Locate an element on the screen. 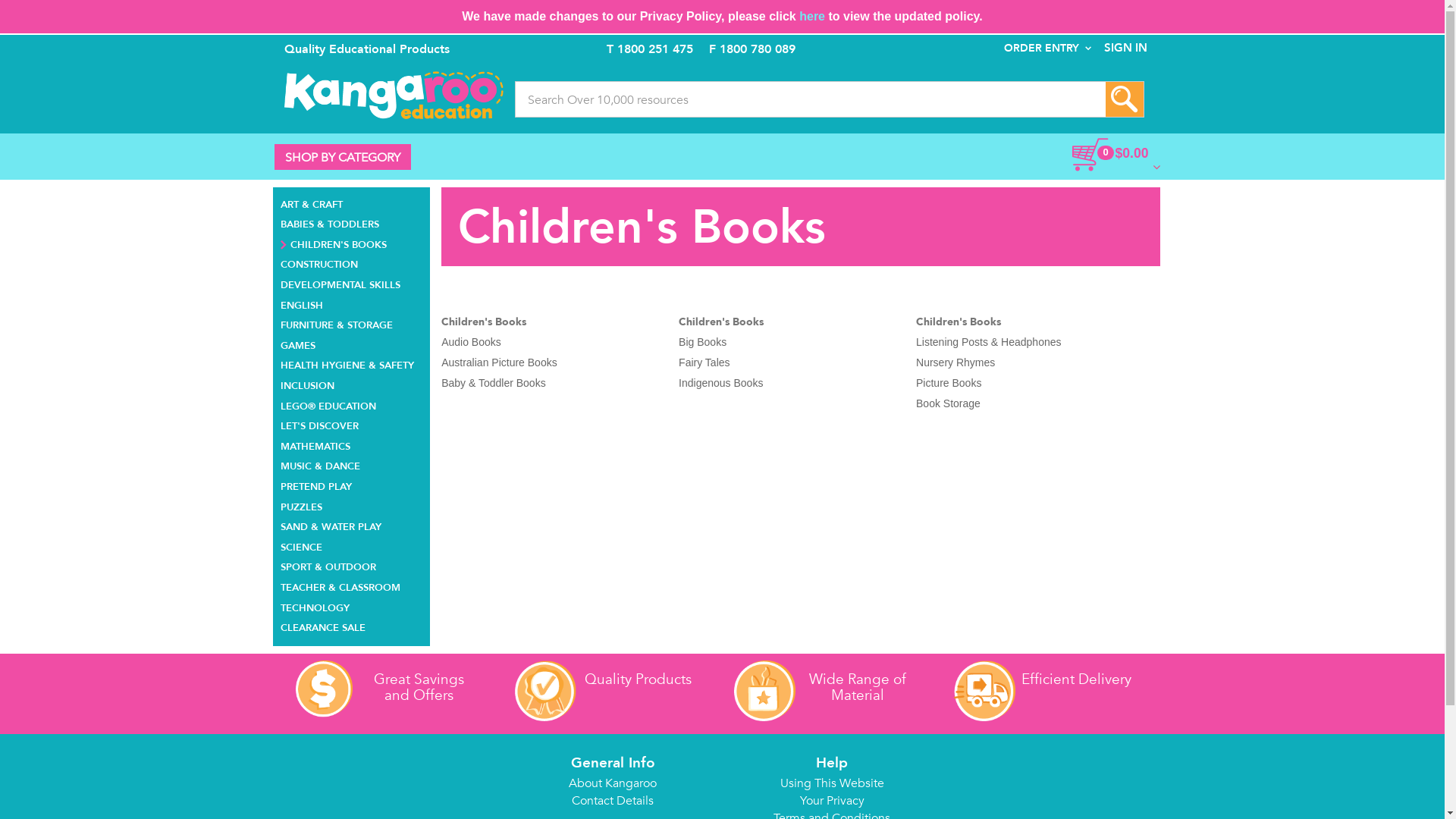 The image size is (1456, 819). 'SPORT & OUTDOOR' is located at coordinates (280, 565).